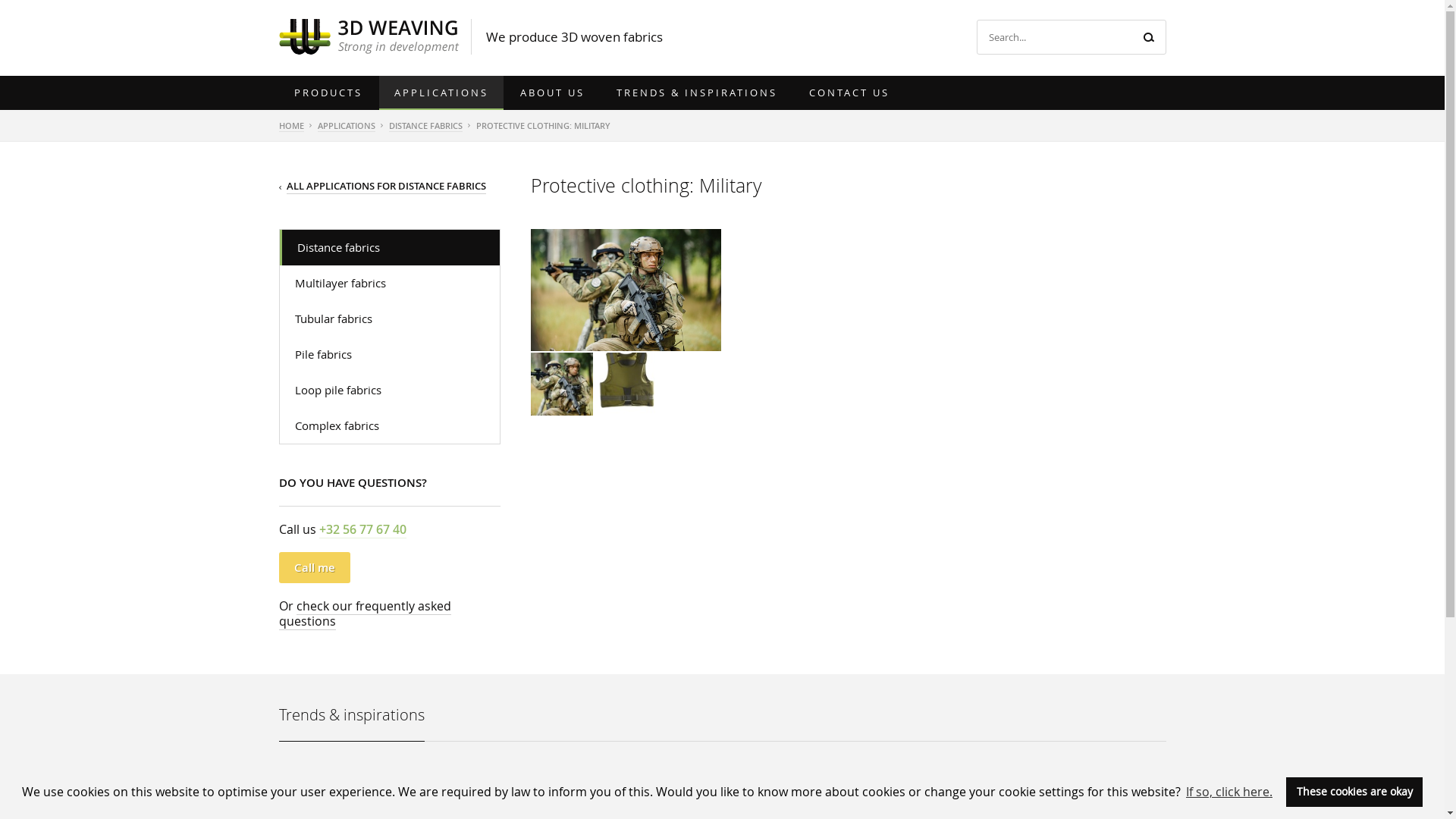  I want to click on 'TRENDS & INSPIRATIONS', so click(695, 93).